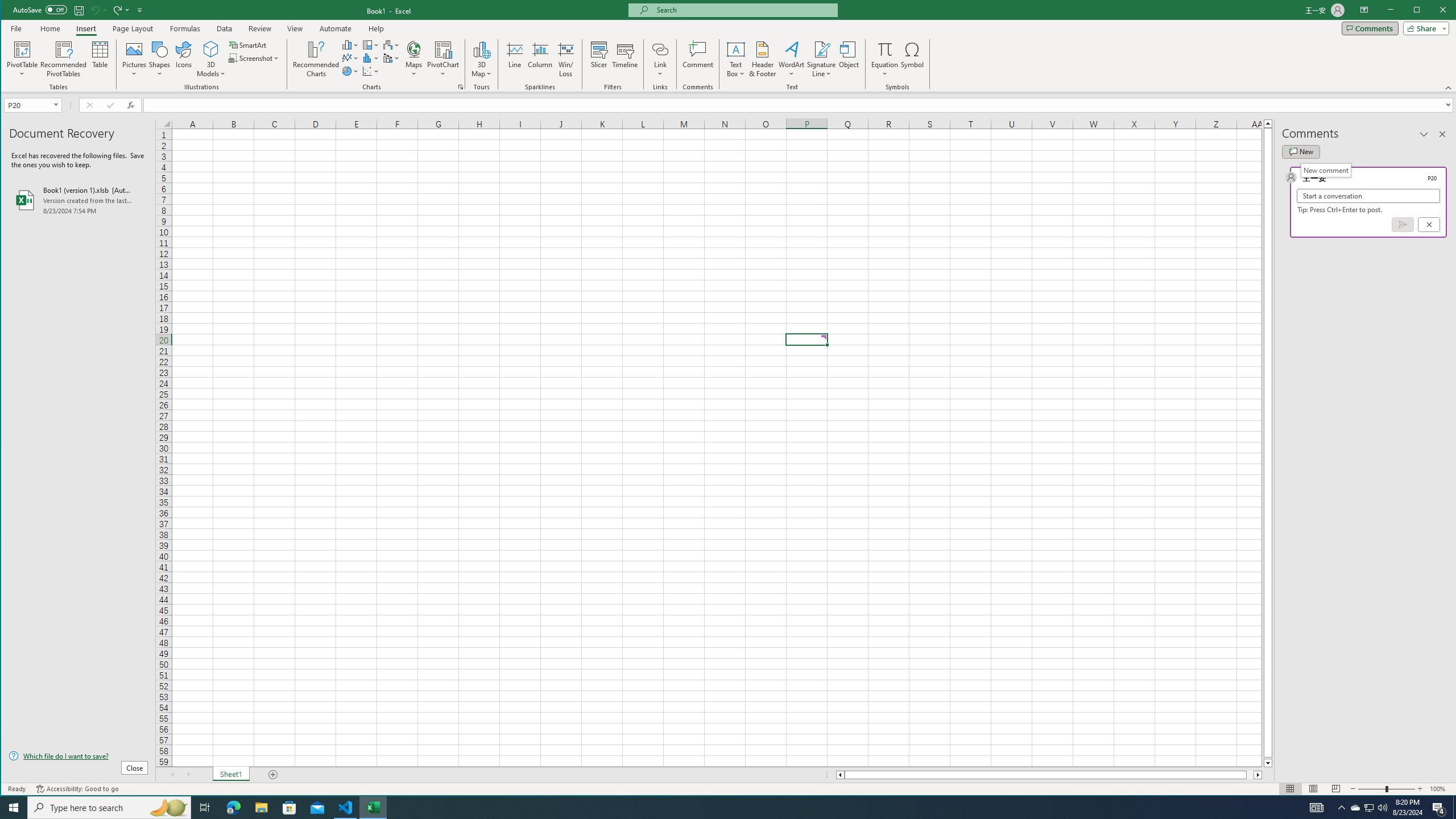  What do you see at coordinates (210, 59) in the screenshot?
I see `'3D Models'` at bounding box center [210, 59].